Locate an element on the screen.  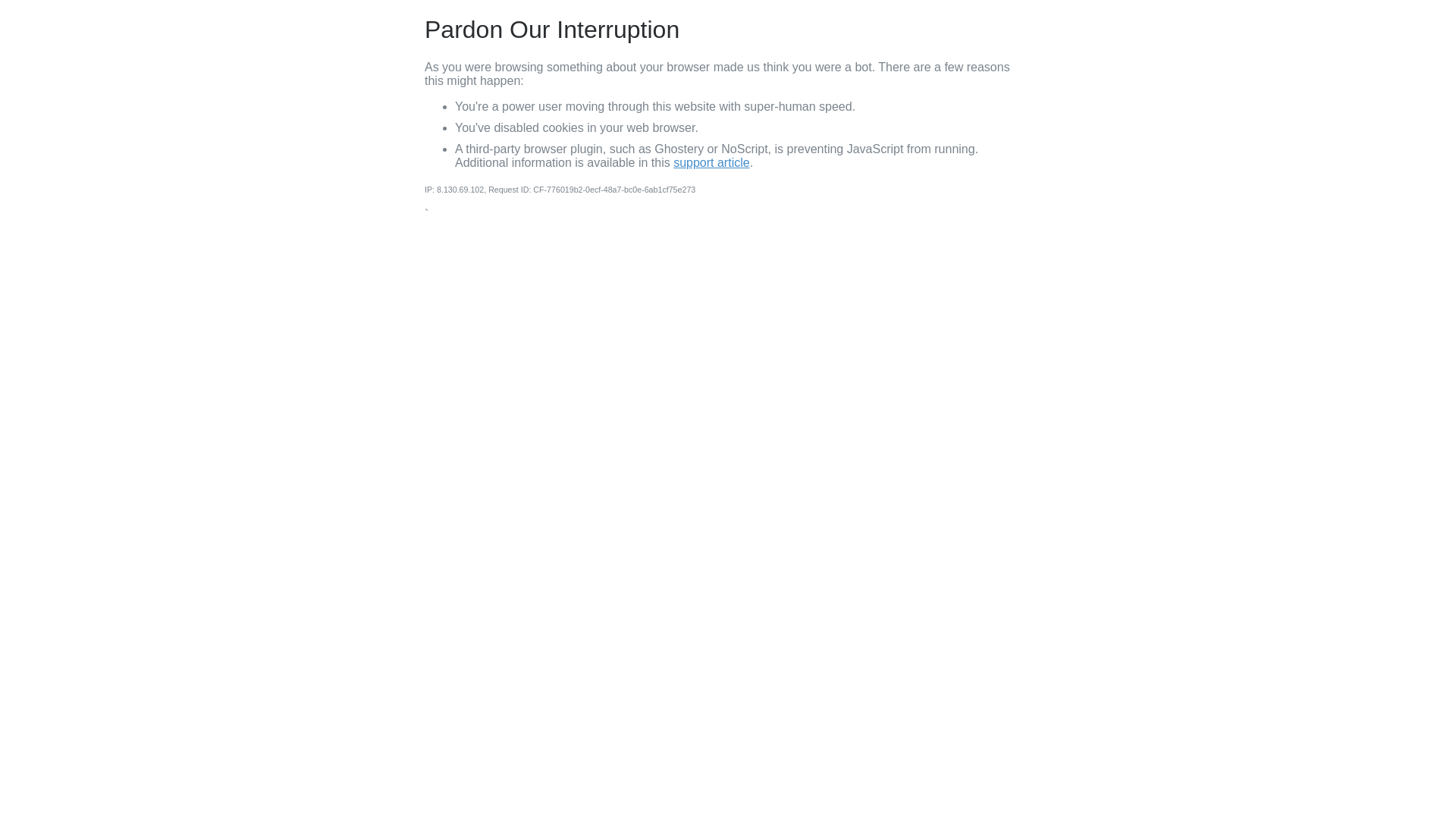
'support article' is located at coordinates (711, 162).